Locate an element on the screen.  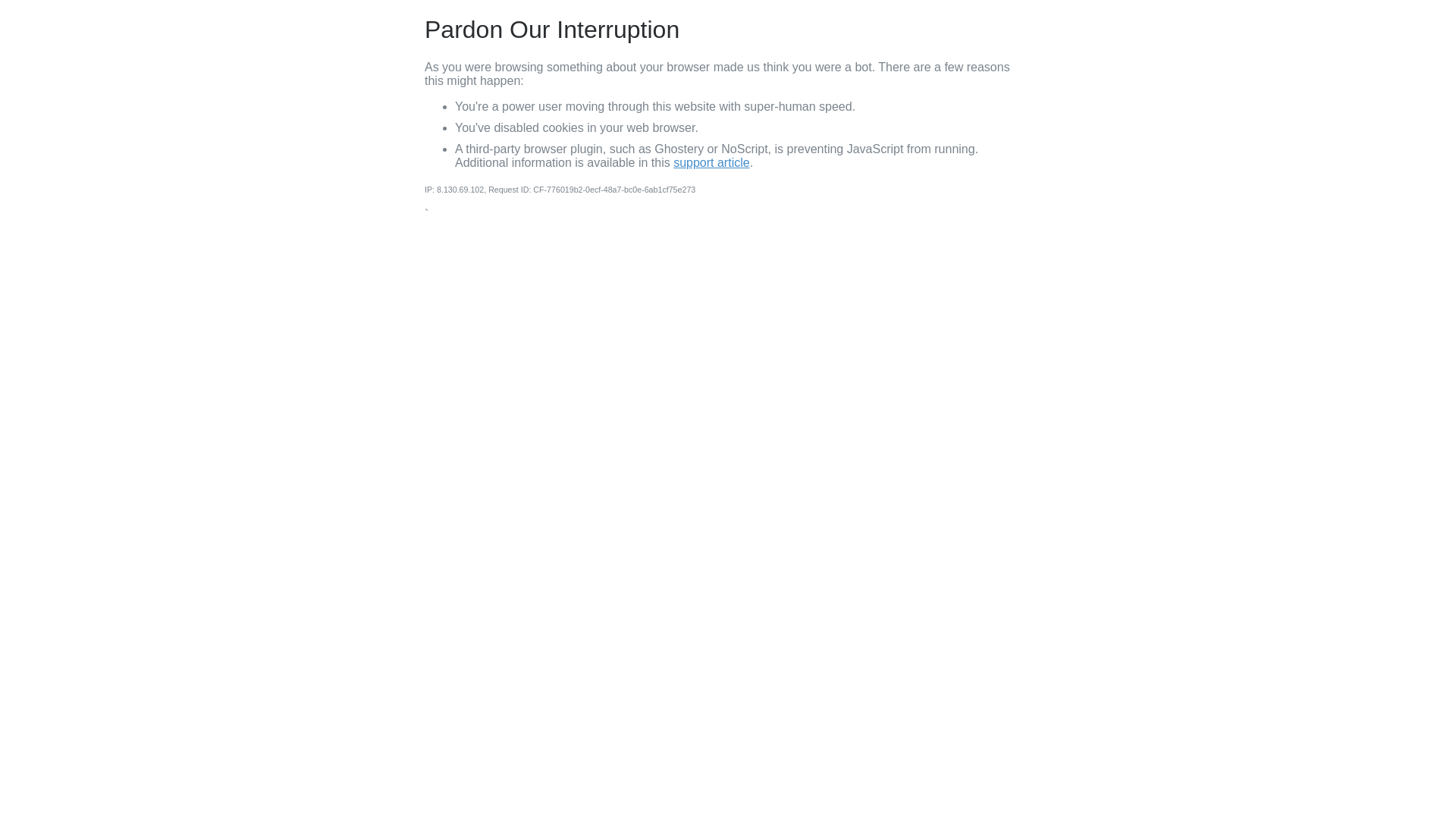
'support article' is located at coordinates (711, 162).